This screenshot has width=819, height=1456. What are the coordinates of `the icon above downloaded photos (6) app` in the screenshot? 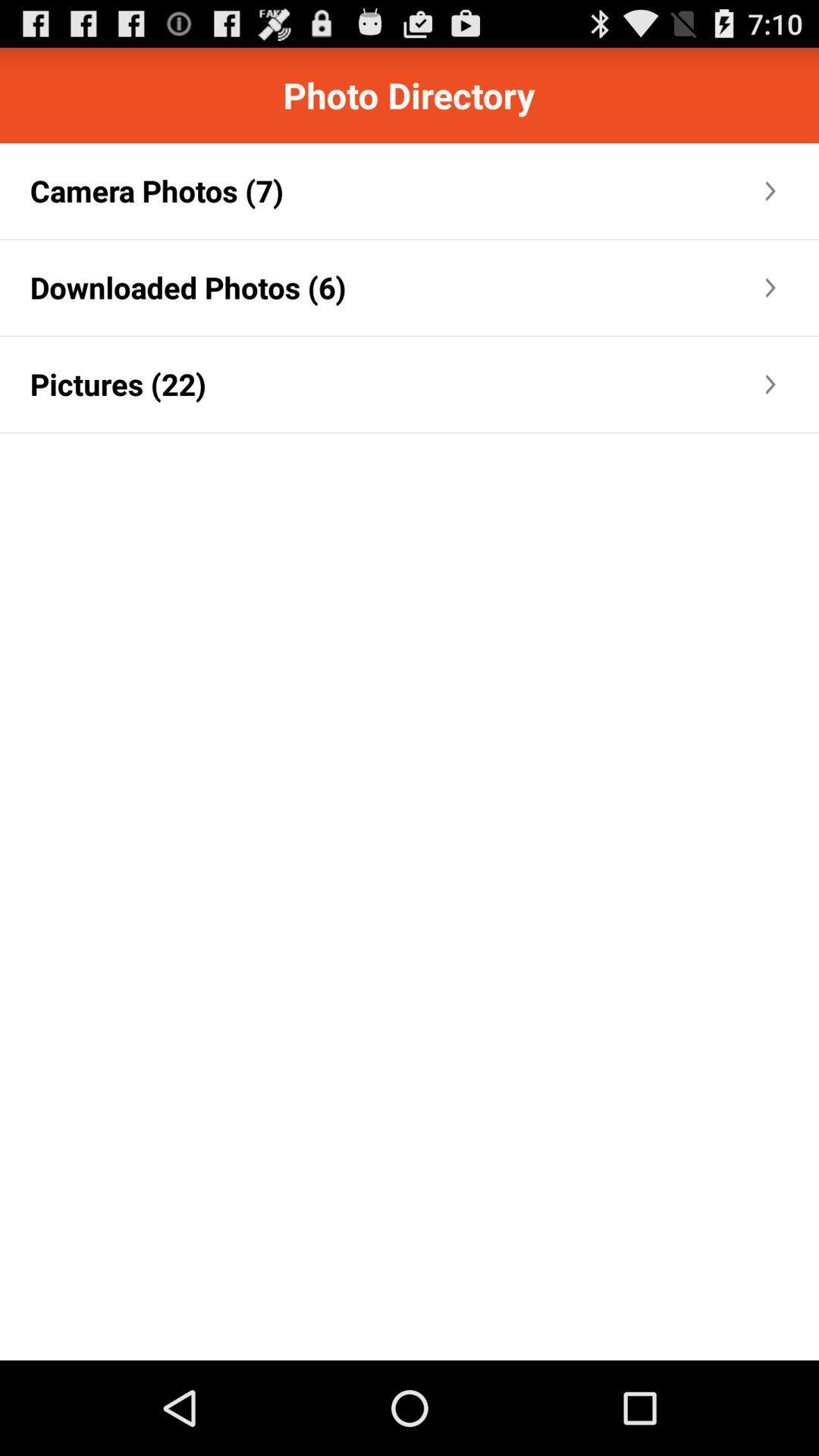 It's located at (157, 190).